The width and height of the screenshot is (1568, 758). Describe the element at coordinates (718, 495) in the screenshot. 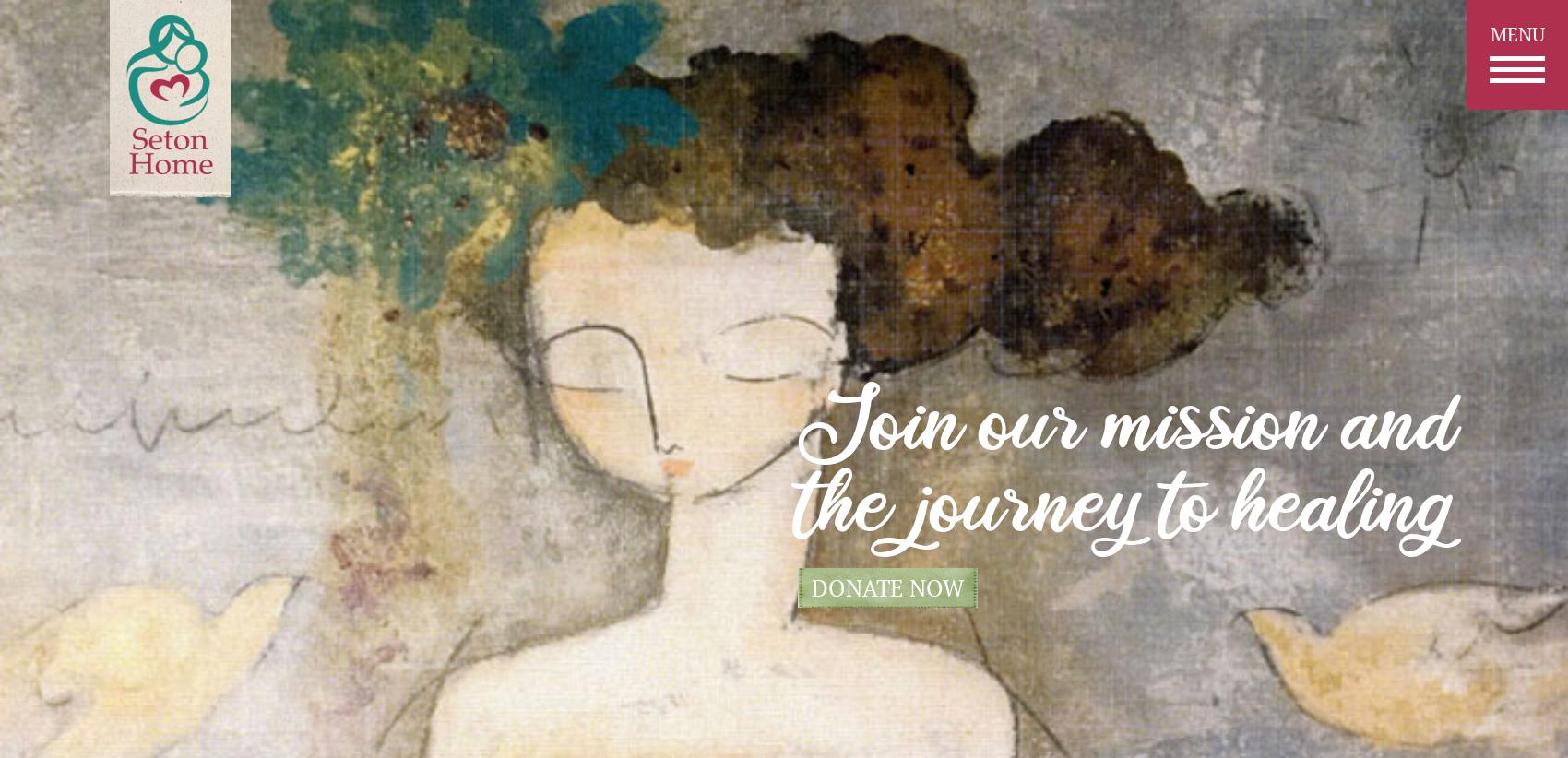

I see `'volunteer'` at that location.